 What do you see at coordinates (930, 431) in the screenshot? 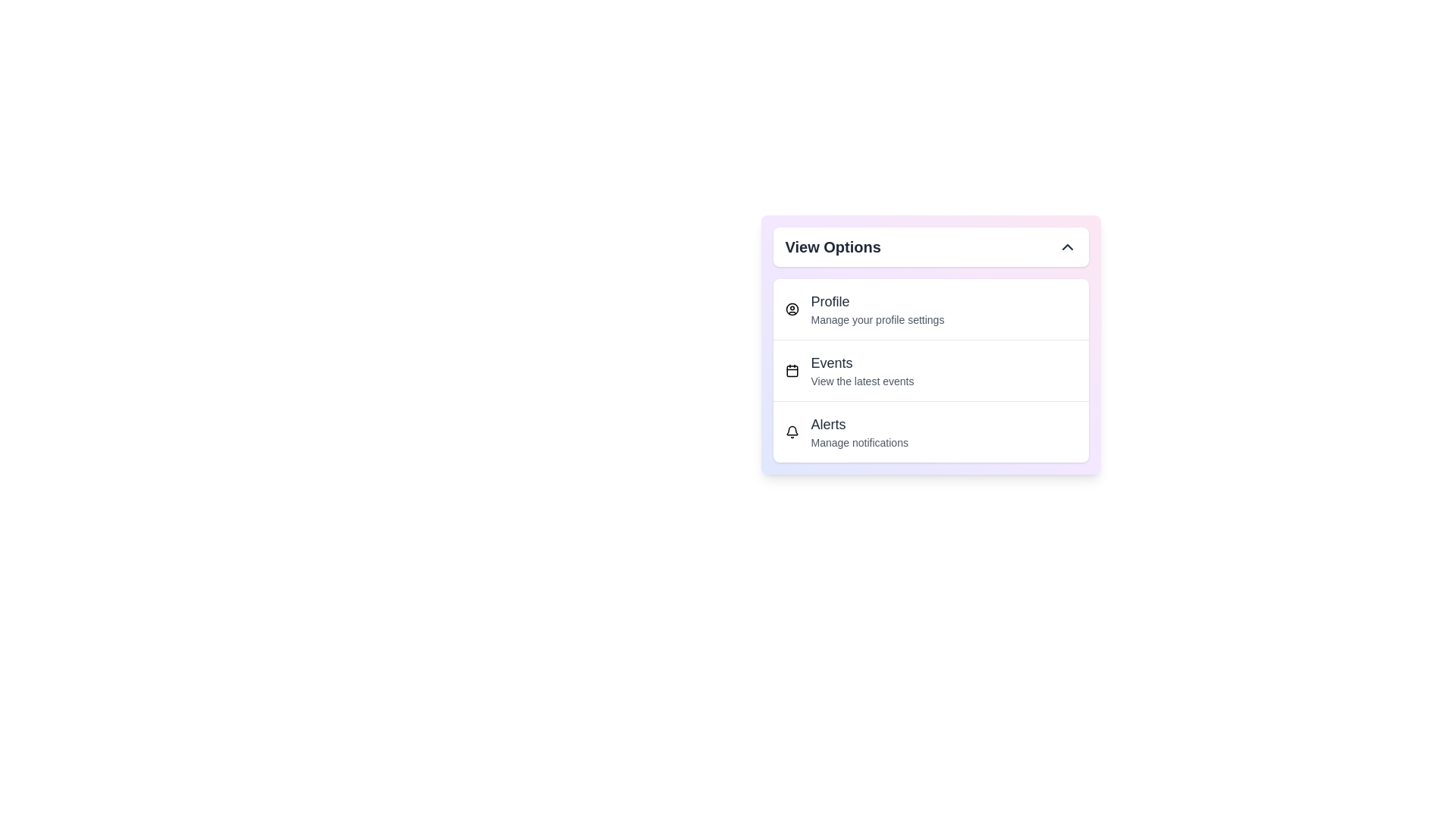
I see `the button labeled Alerts to observe visual changes` at bounding box center [930, 431].